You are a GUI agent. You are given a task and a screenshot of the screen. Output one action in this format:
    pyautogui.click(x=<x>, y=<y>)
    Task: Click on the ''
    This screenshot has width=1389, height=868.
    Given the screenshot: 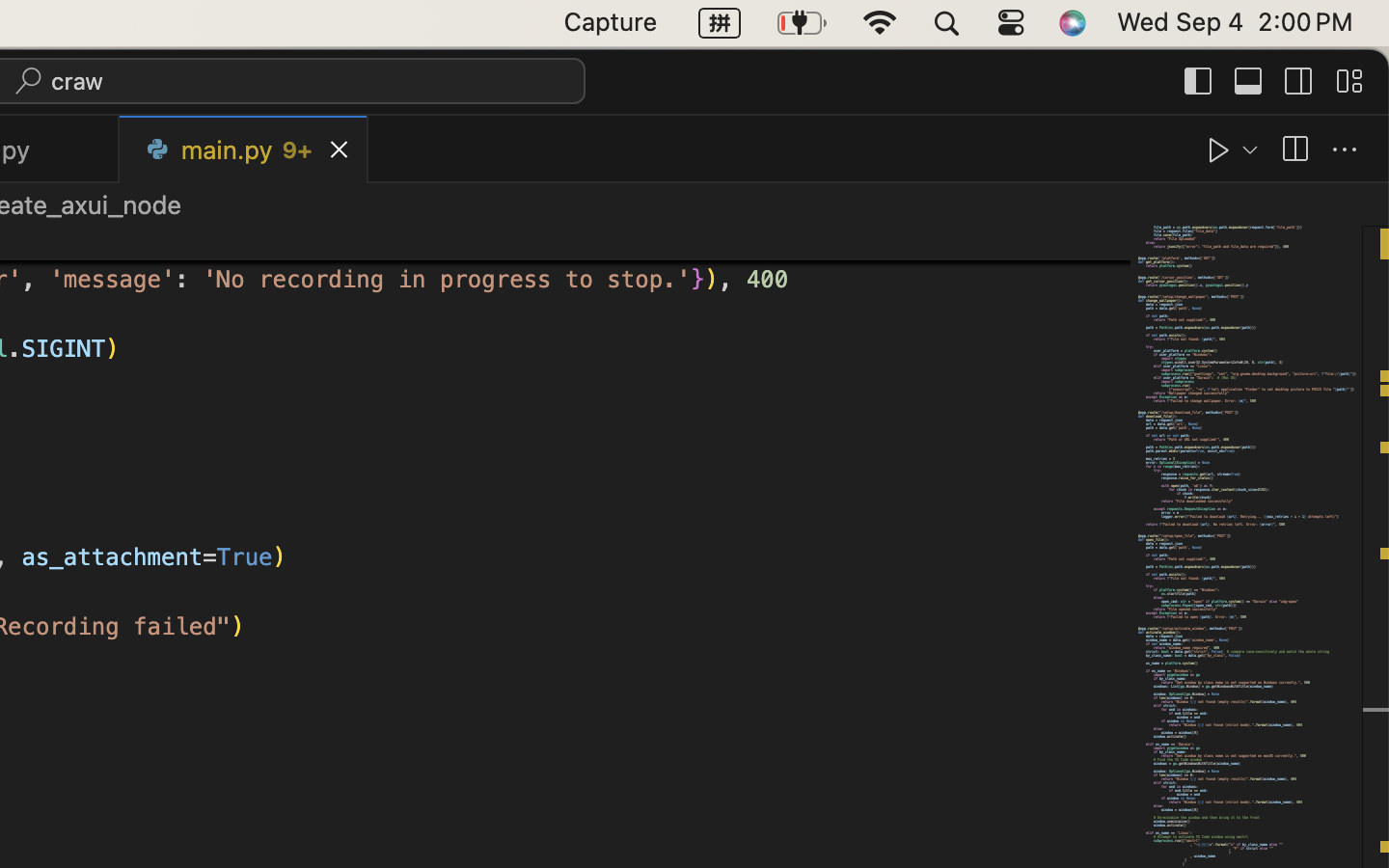 What is the action you would take?
    pyautogui.click(x=1219, y=149)
    